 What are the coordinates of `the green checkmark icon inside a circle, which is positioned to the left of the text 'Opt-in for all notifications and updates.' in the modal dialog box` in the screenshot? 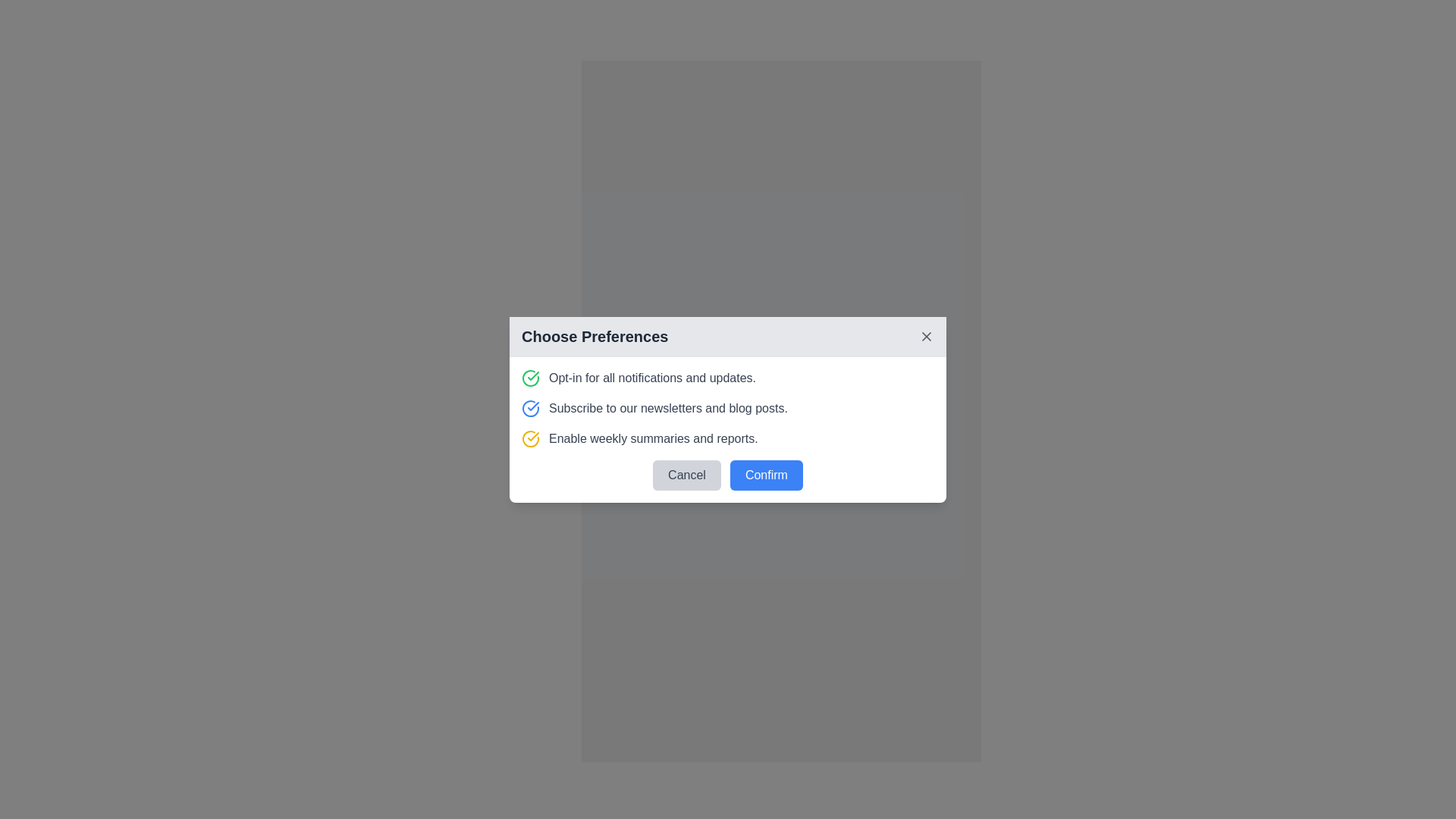 It's located at (531, 377).